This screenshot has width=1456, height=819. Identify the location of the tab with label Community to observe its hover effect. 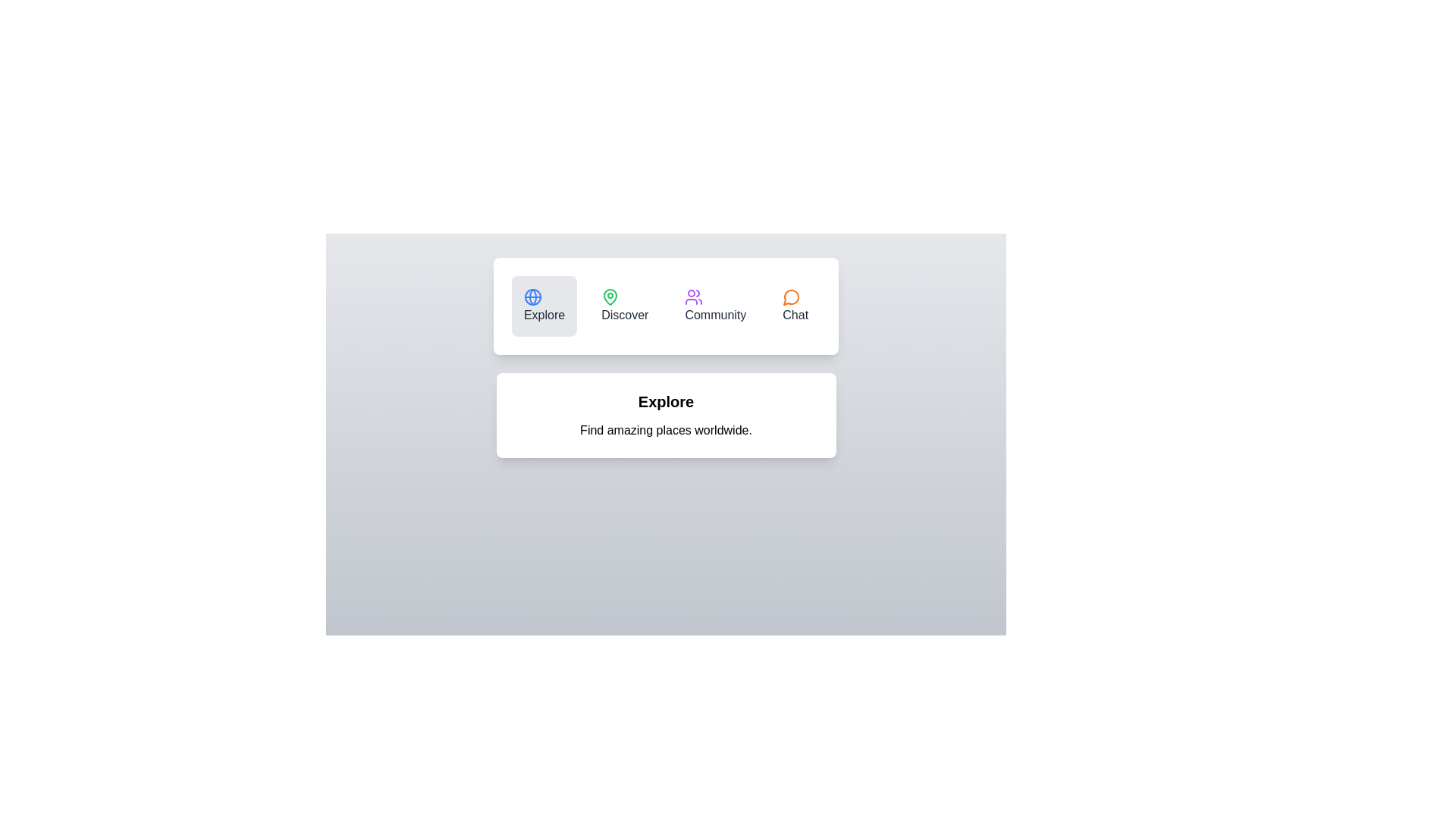
(715, 306).